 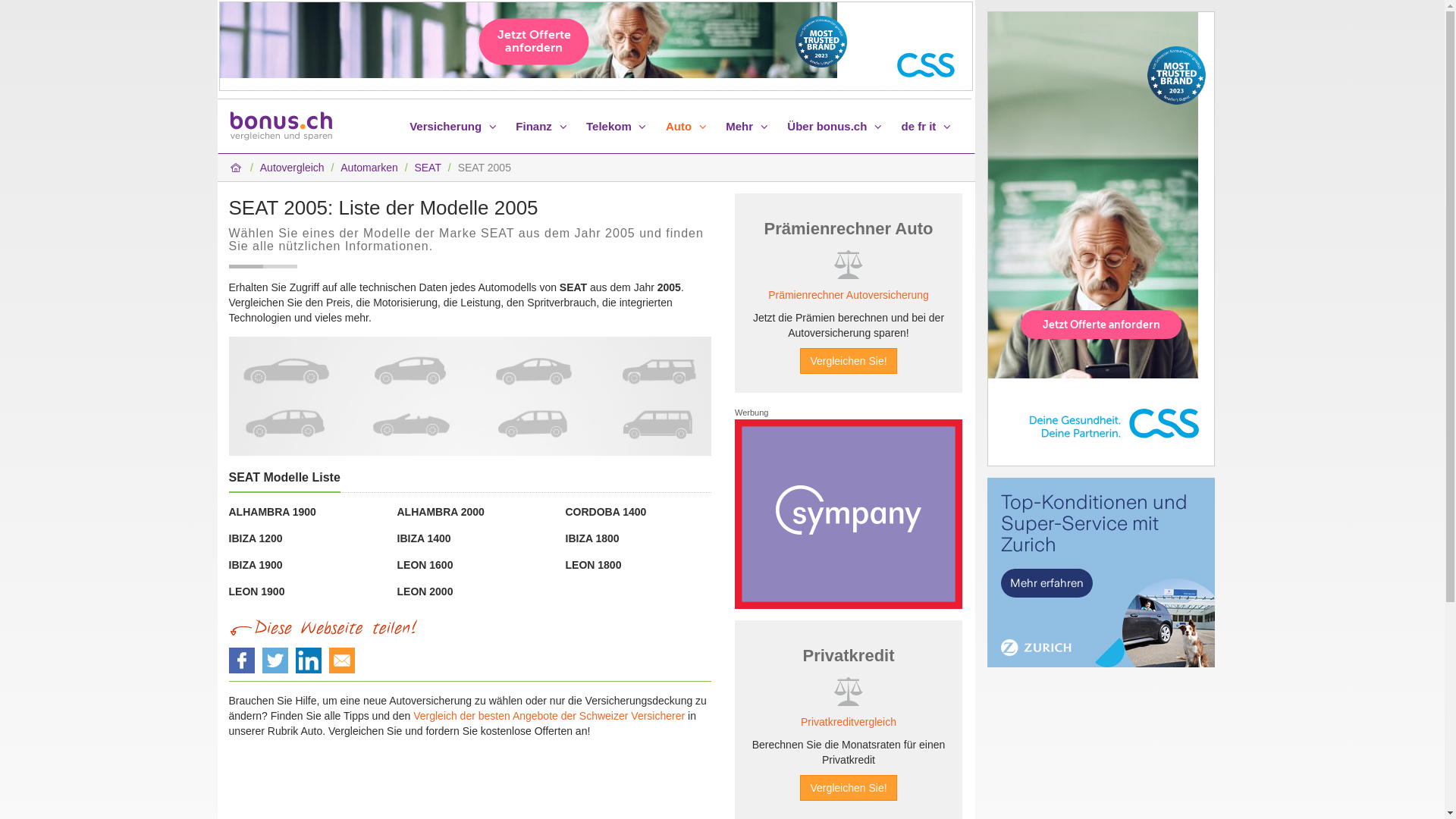 What do you see at coordinates (426, 167) in the screenshot?
I see `'SEAT'` at bounding box center [426, 167].